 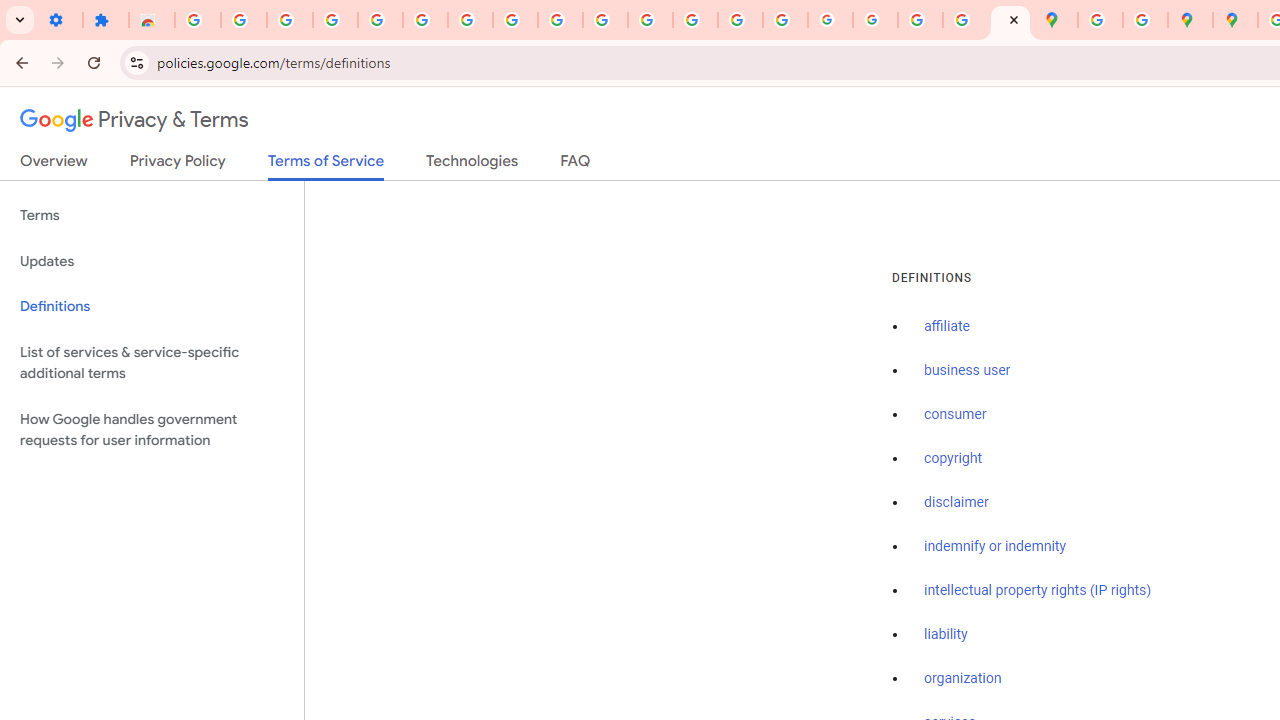 I want to click on 'liability', so click(x=944, y=634).